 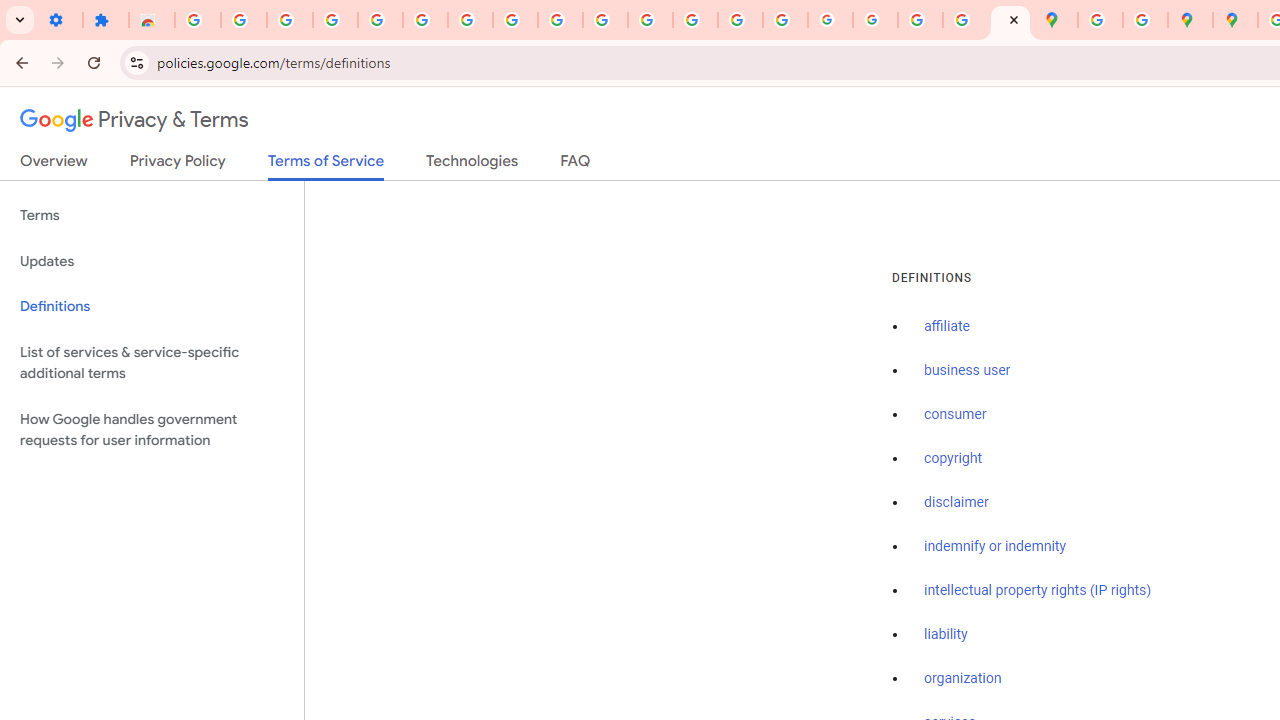 I want to click on 'liability', so click(x=944, y=634).